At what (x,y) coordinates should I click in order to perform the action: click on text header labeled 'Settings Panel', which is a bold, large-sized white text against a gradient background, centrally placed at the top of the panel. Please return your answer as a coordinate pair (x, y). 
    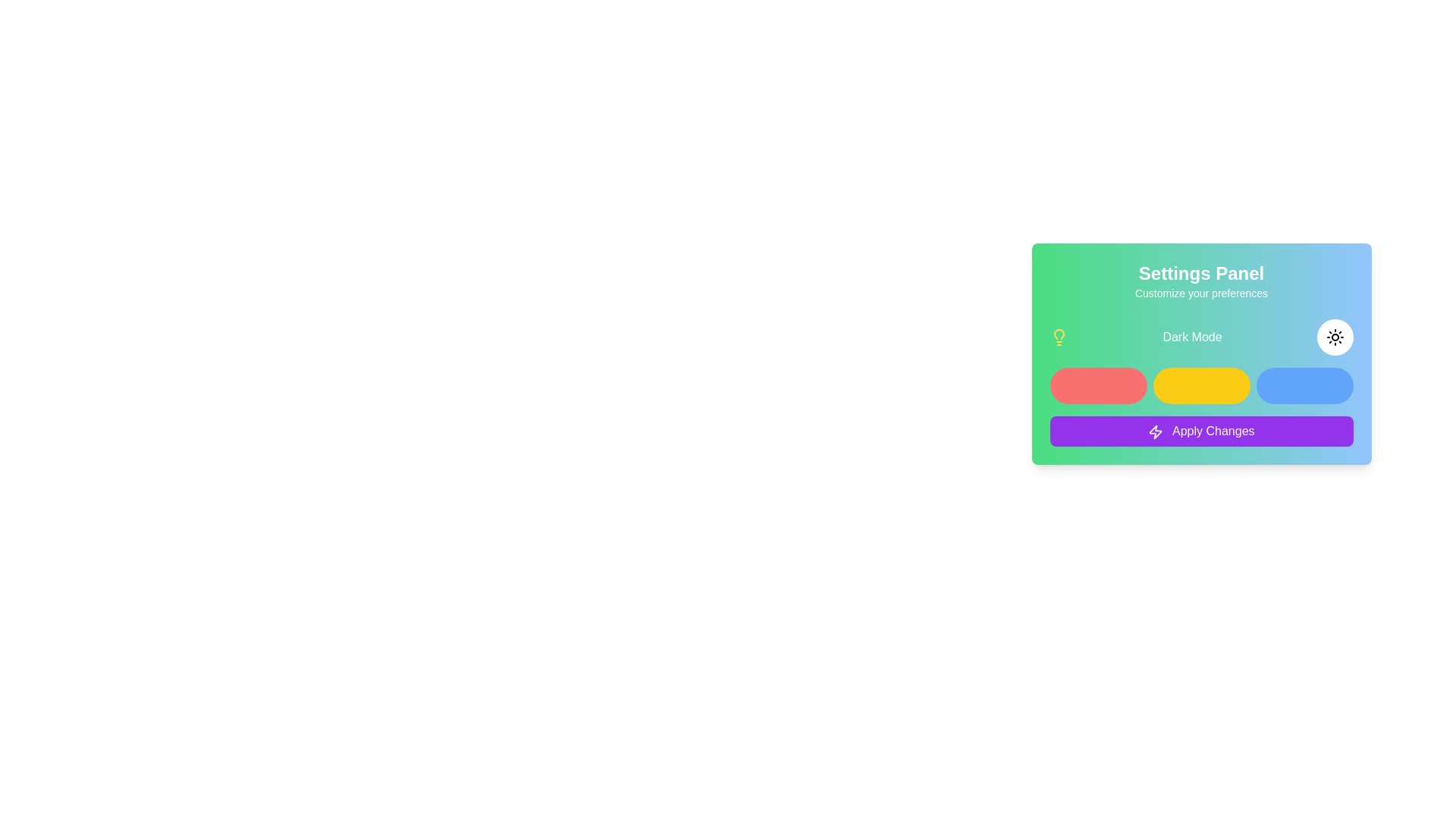
    Looking at the image, I should click on (1200, 274).